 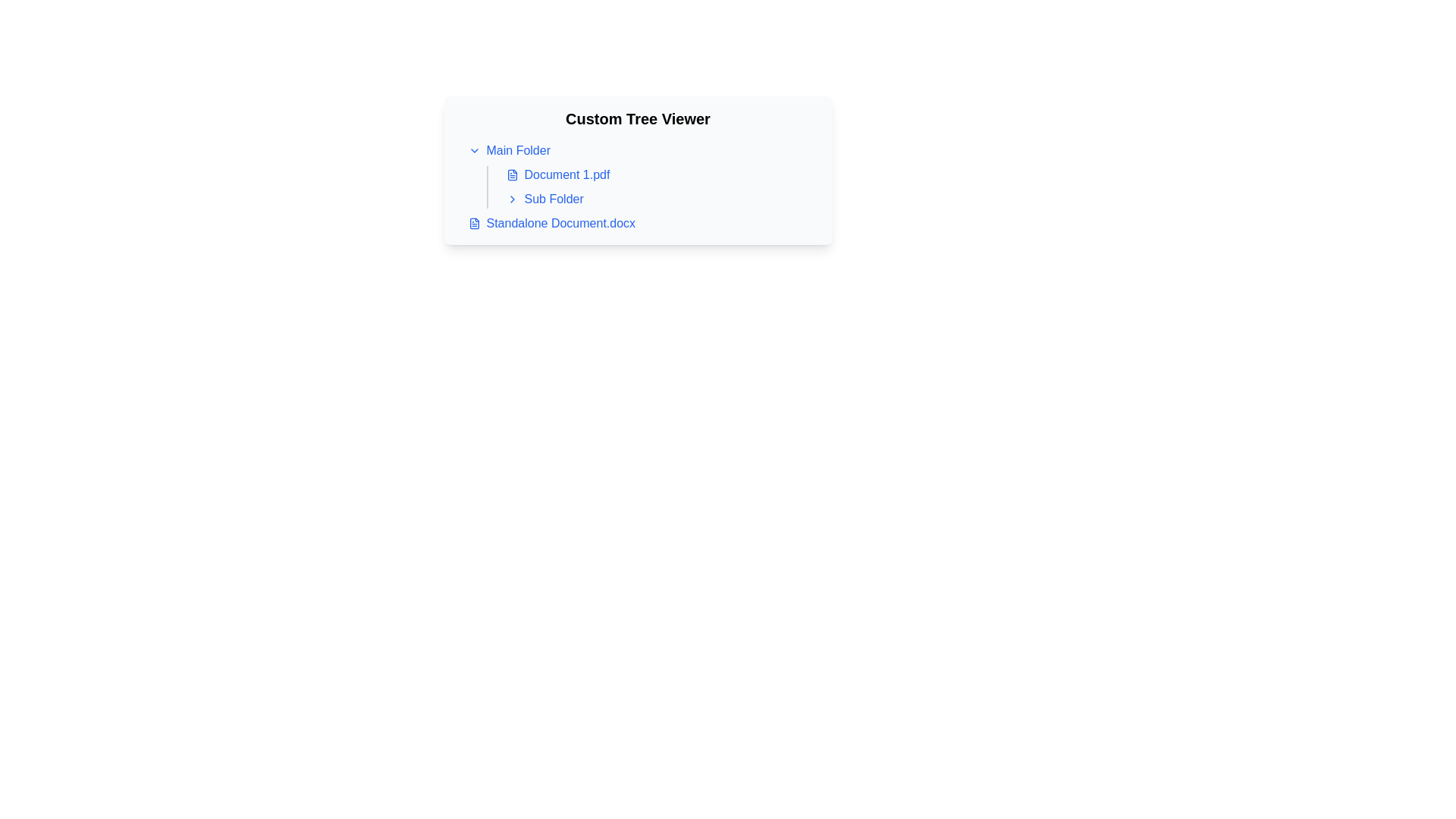 I want to click on the icon positioned before the text label 'Sub Folder', so click(x=512, y=198).